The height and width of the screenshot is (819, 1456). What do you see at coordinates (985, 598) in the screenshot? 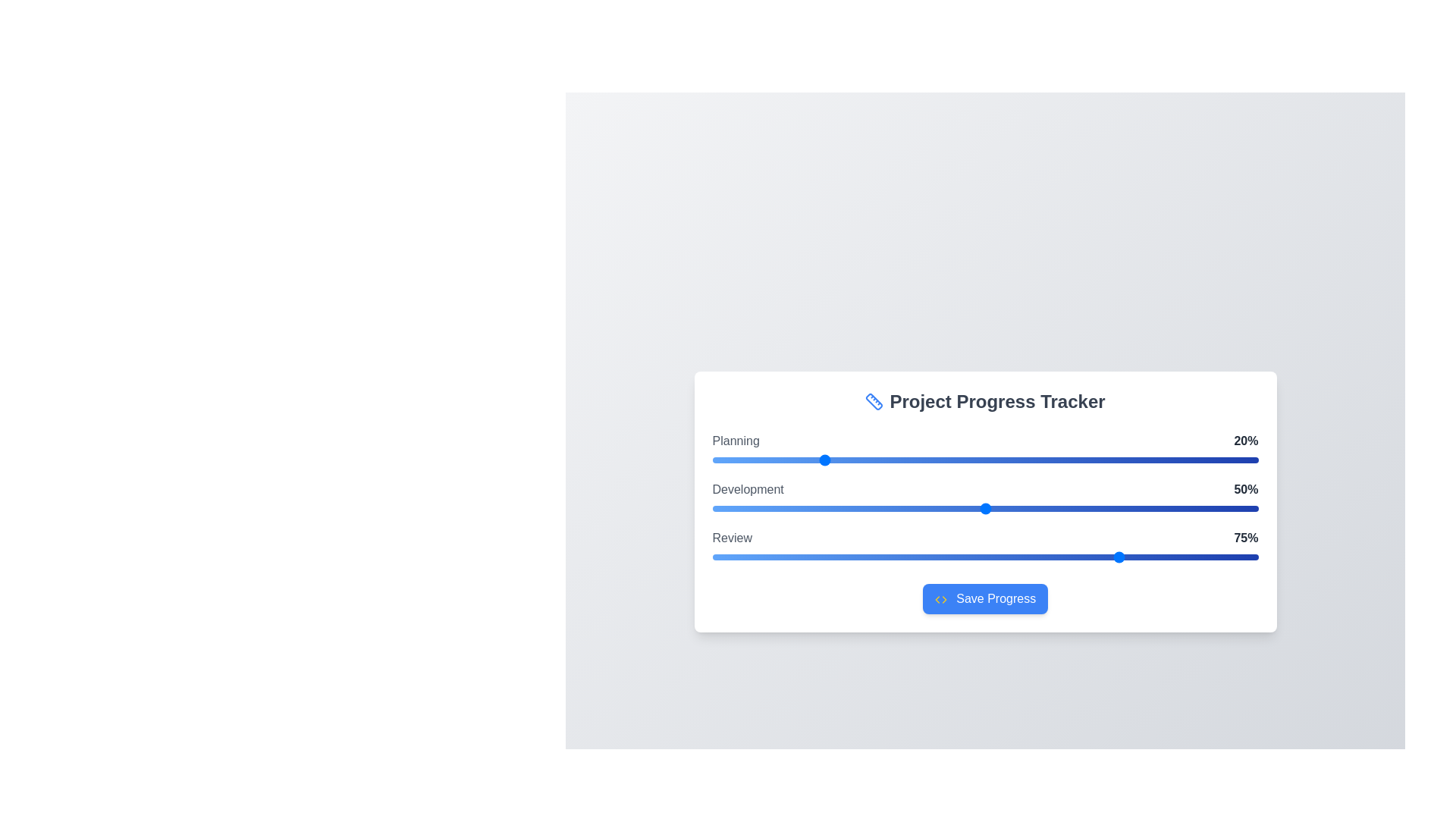
I see `the 'Save Progress' button to save the changes` at bounding box center [985, 598].